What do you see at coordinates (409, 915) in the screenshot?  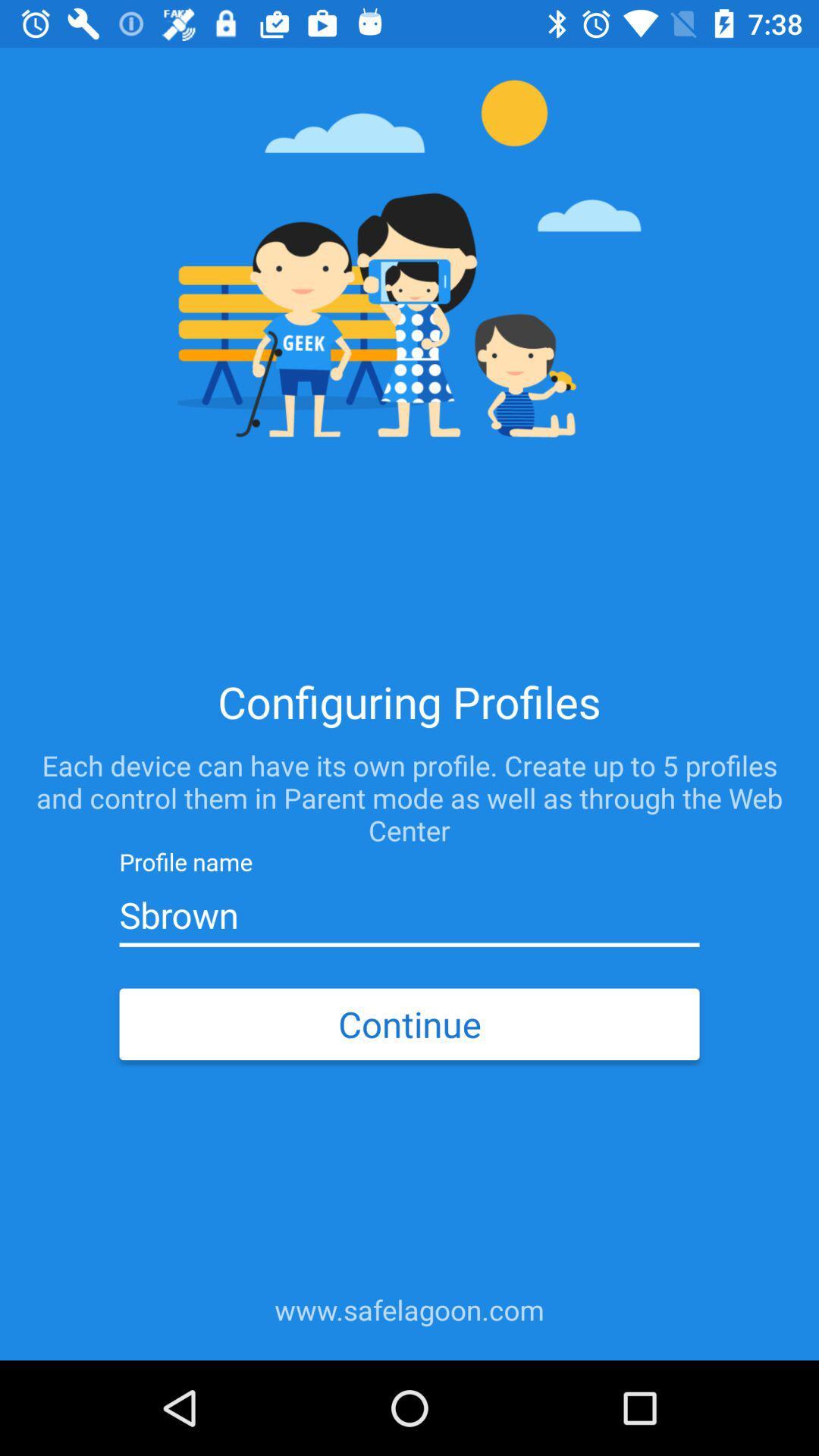 I see `sbrown` at bounding box center [409, 915].